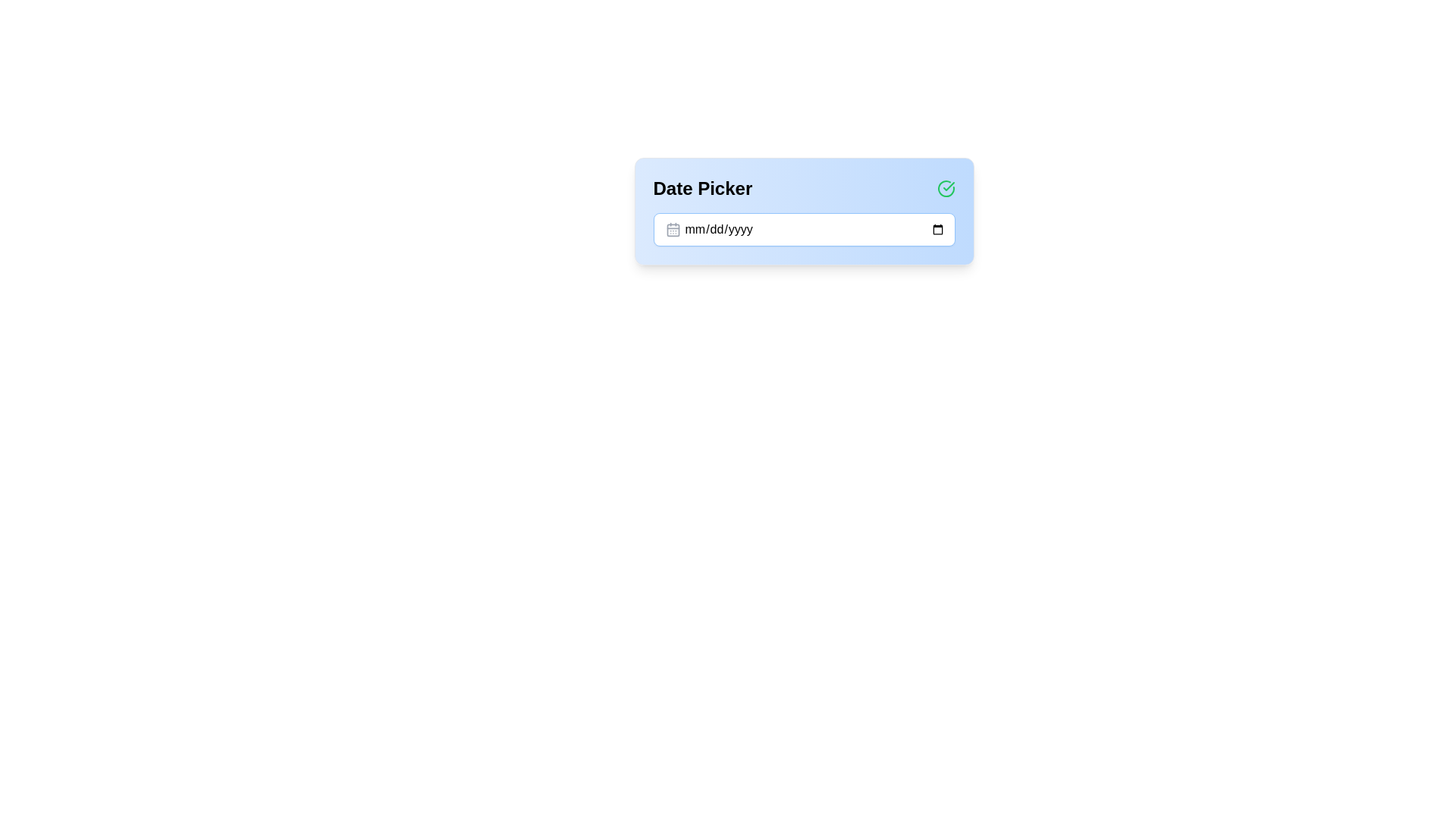 This screenshot has height=819, width=1456. What do you see at coordinates (945, 188) in the screenshot?
I see `the circular green checkmark icon located on the far right of the header of the date picker interface, next to the 'Date Picker' text label` at bounding box center [945, 188].